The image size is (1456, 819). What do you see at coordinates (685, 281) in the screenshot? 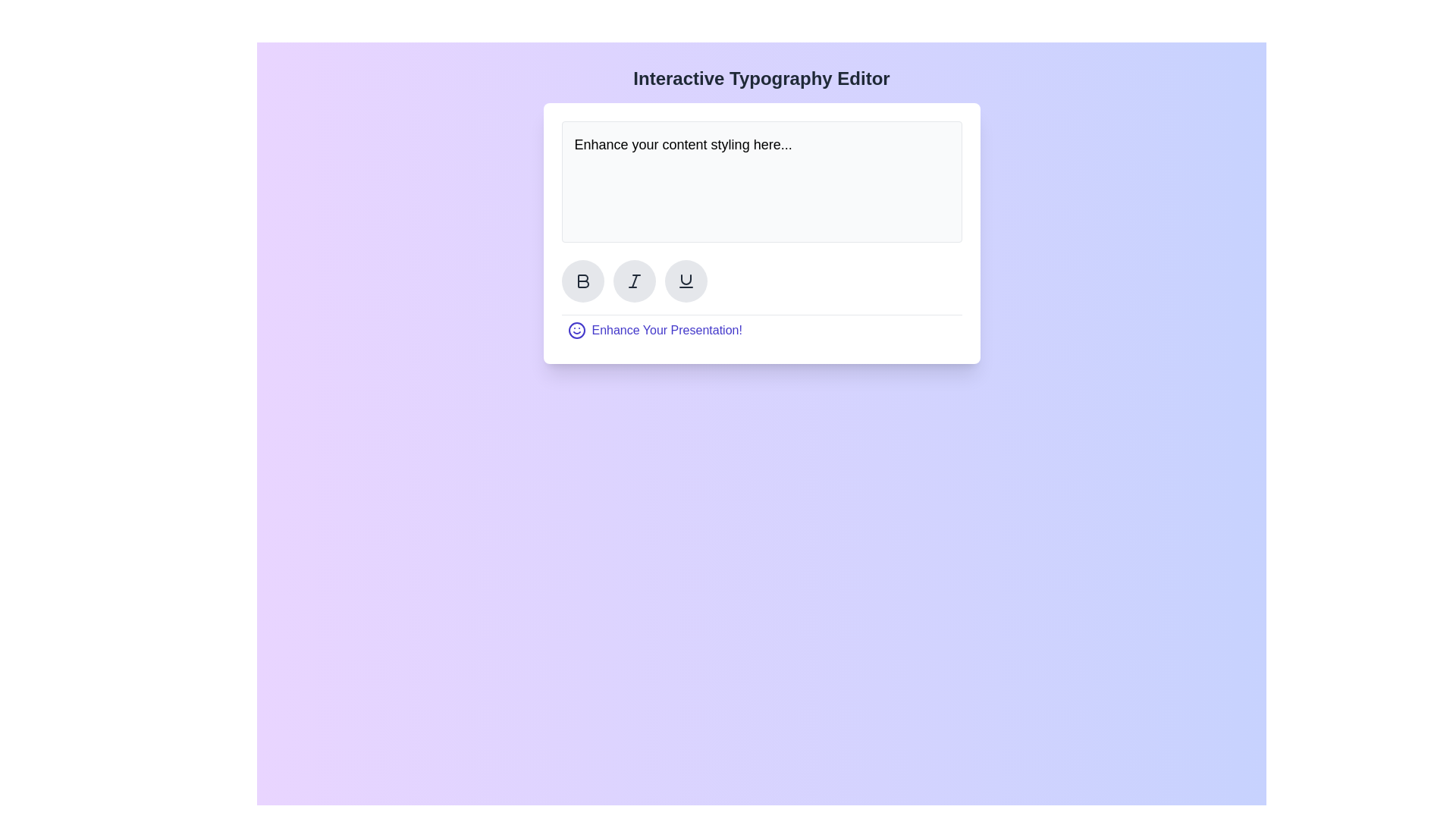
I see `the underline button, which is the third button in a horizontal sequence of format tools below the text area` at bounding box center [685, 281].